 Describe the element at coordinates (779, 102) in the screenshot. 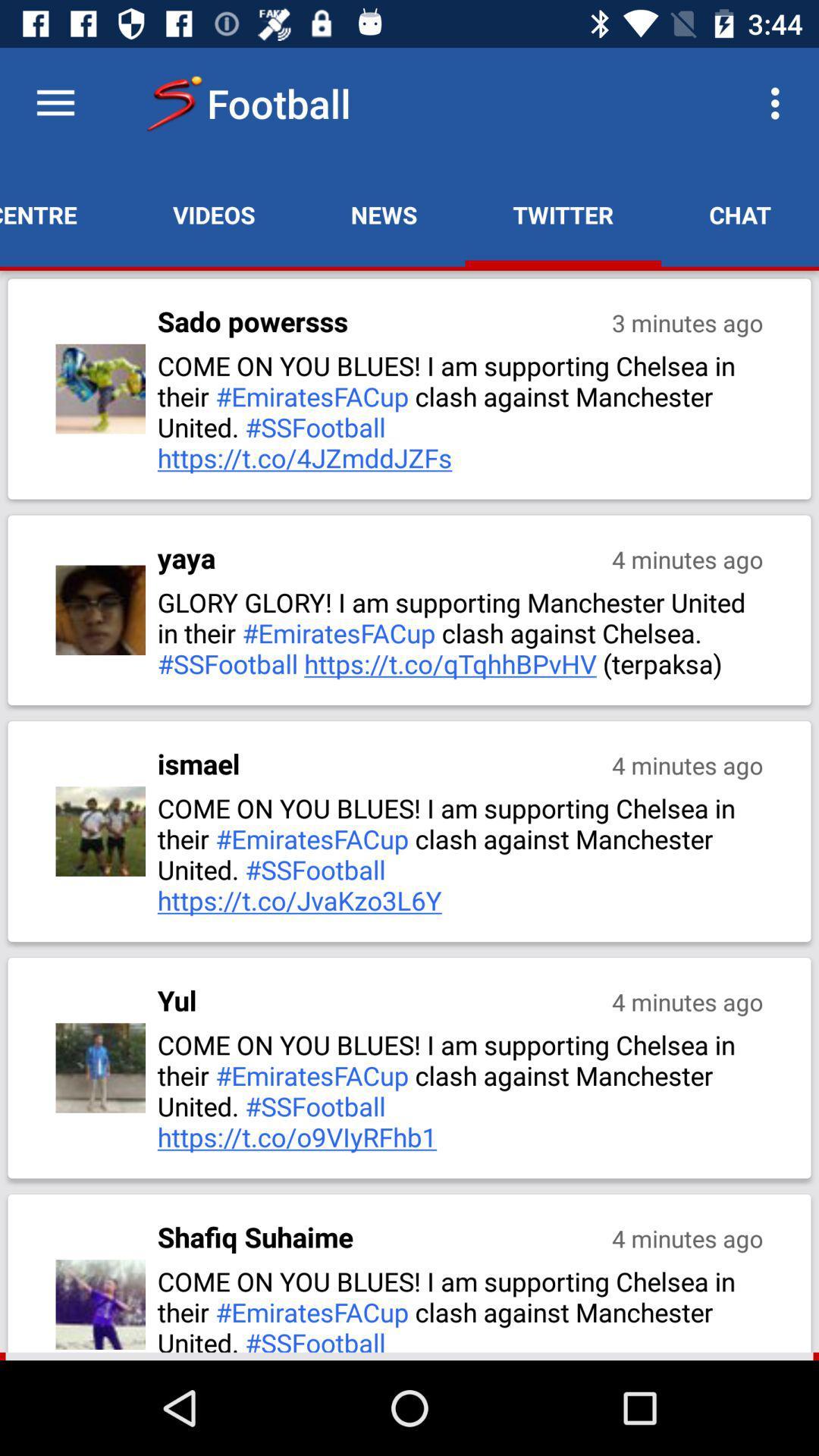

I see `item above chat item` at that location.